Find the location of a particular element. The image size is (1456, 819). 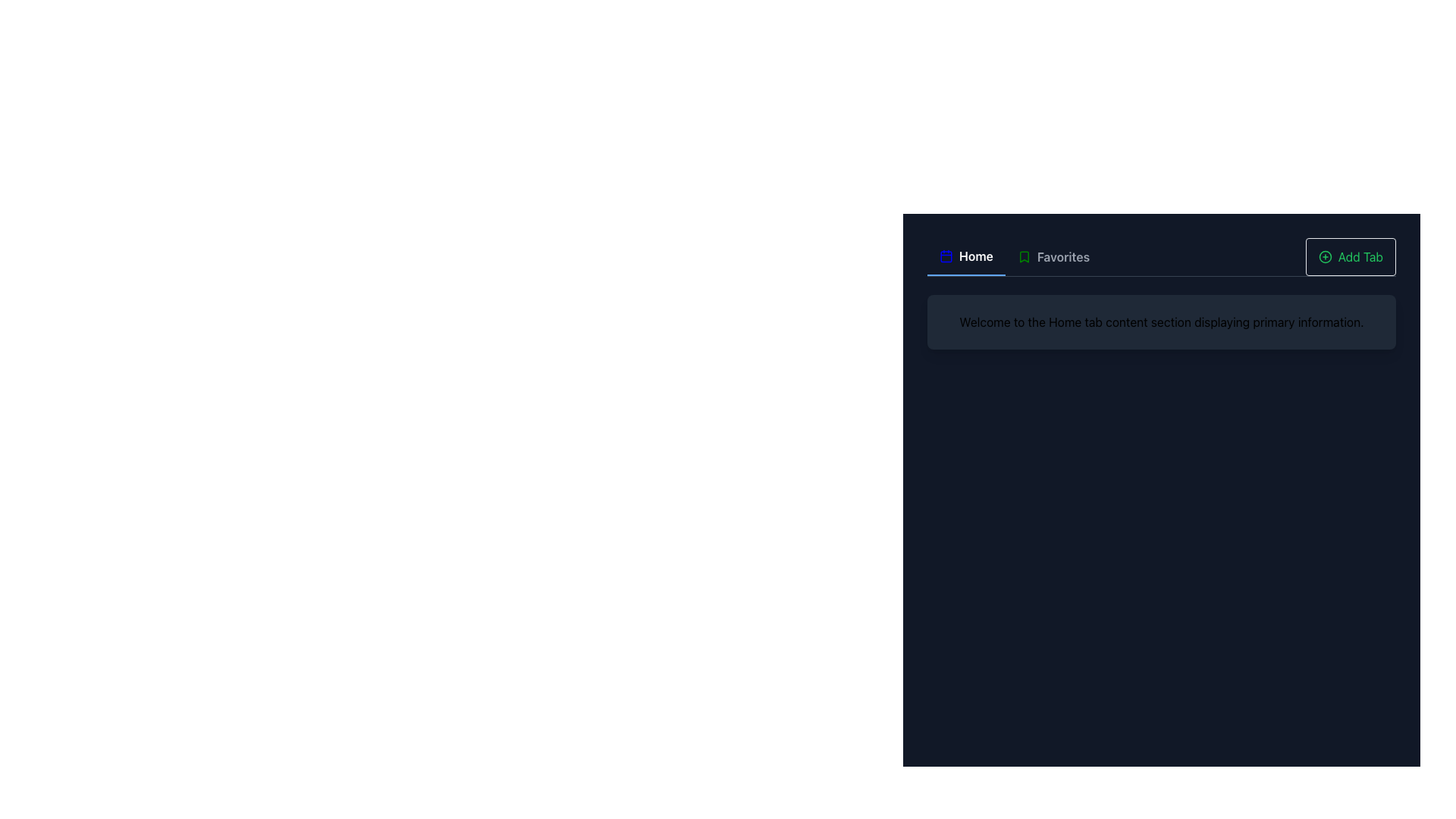

the leftmost icon of the 'Add Tab' button to interact with it and add a new tab is located at coordinates (1324, 256).